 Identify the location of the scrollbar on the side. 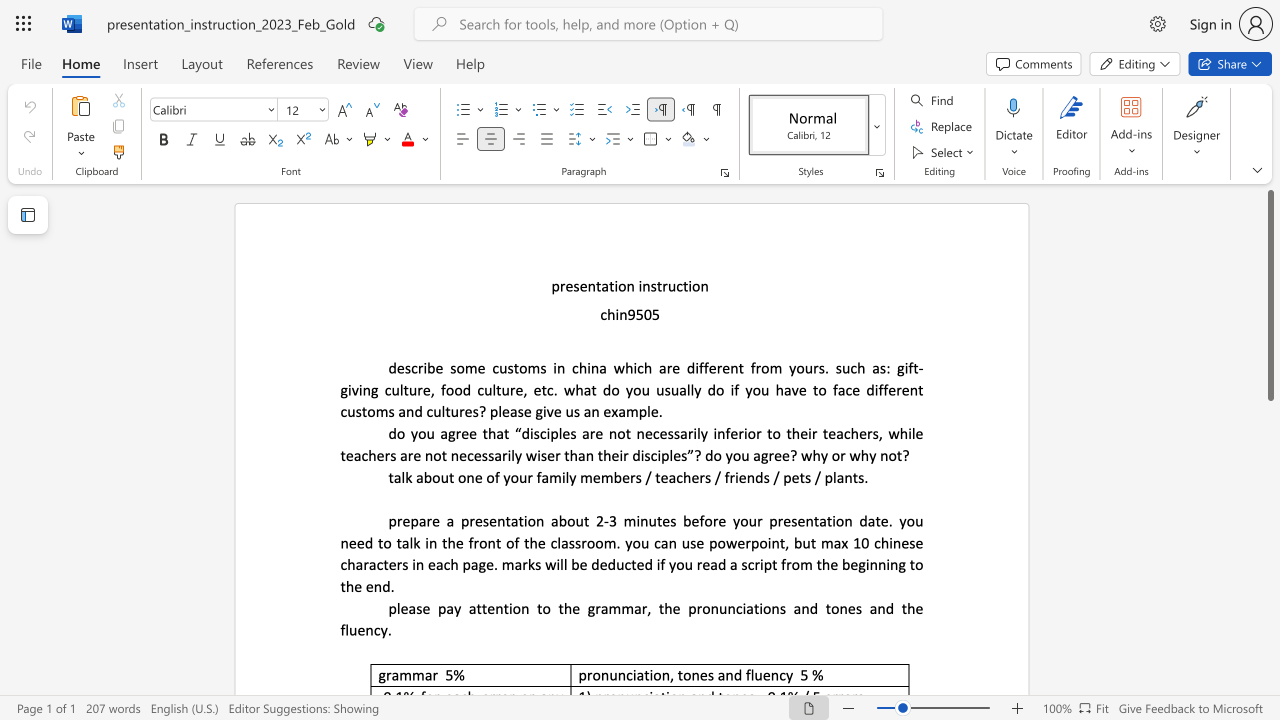
(1269, 550).